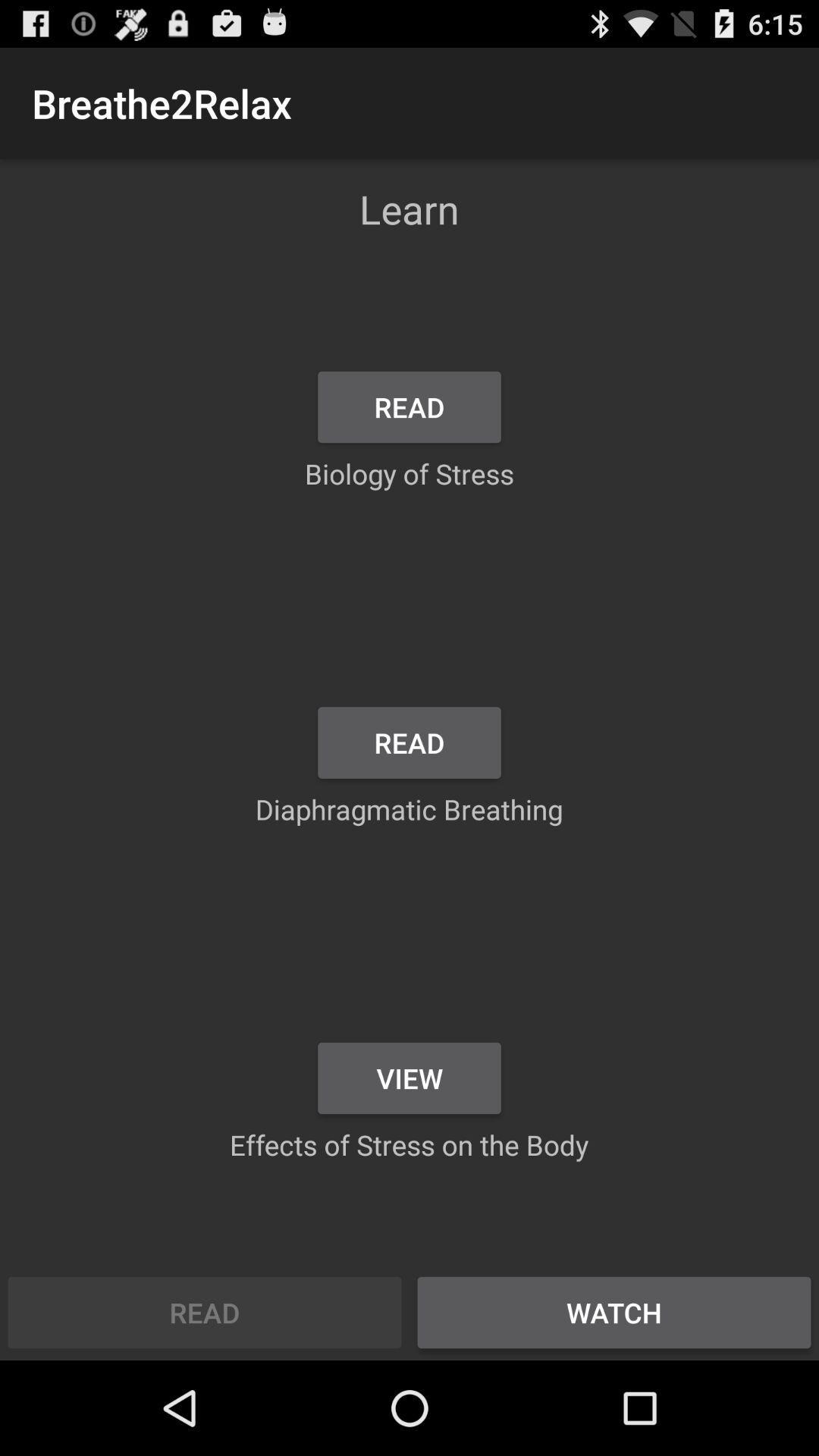  What do you see at coordinates (409, 1077) in the screenshot?
I see `the view` at bounding box center [409, 1077].